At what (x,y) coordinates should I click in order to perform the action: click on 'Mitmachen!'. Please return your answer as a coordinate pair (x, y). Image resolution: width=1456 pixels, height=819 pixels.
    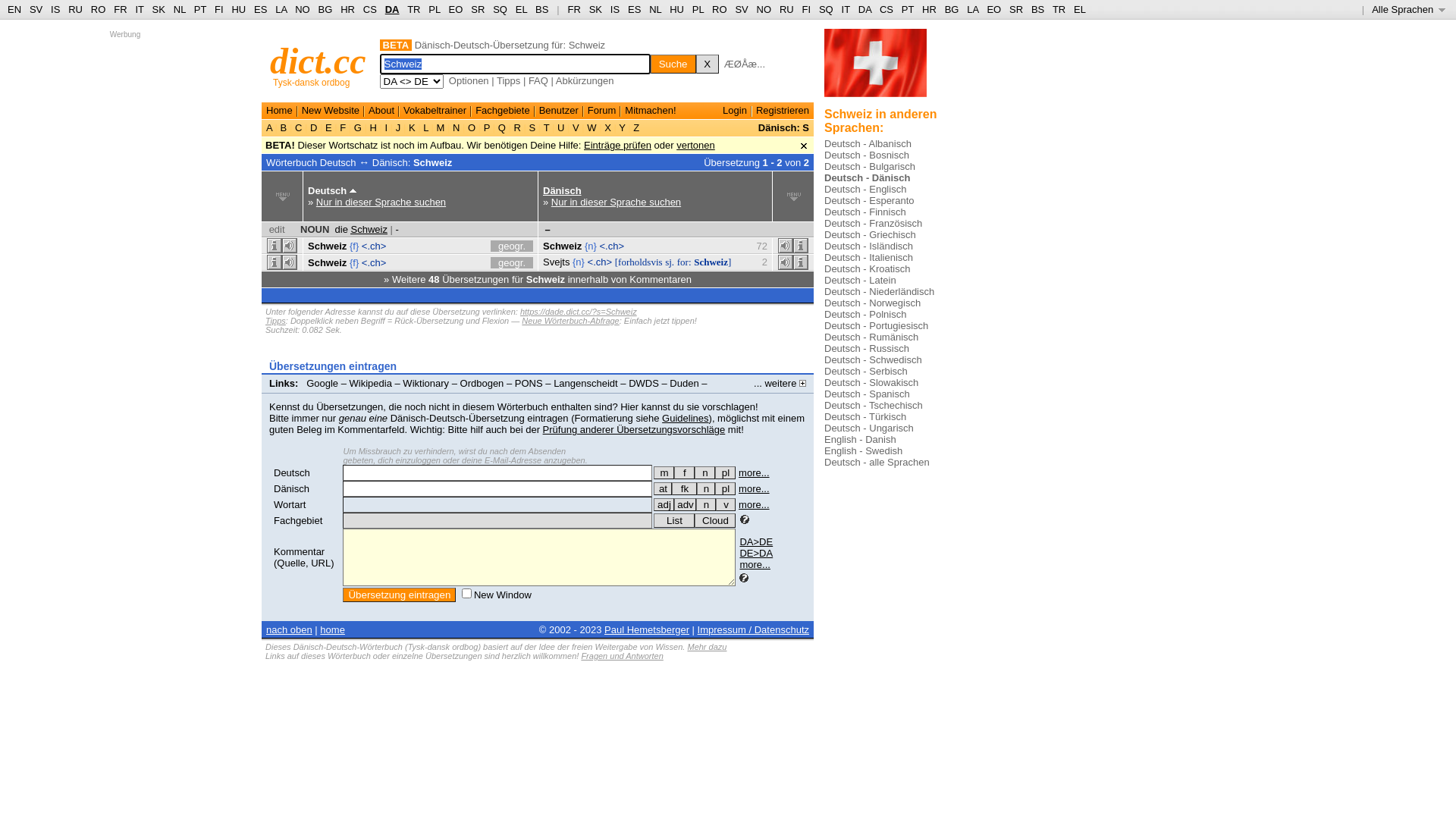
    Looking at the image, I should click on (650, 109).